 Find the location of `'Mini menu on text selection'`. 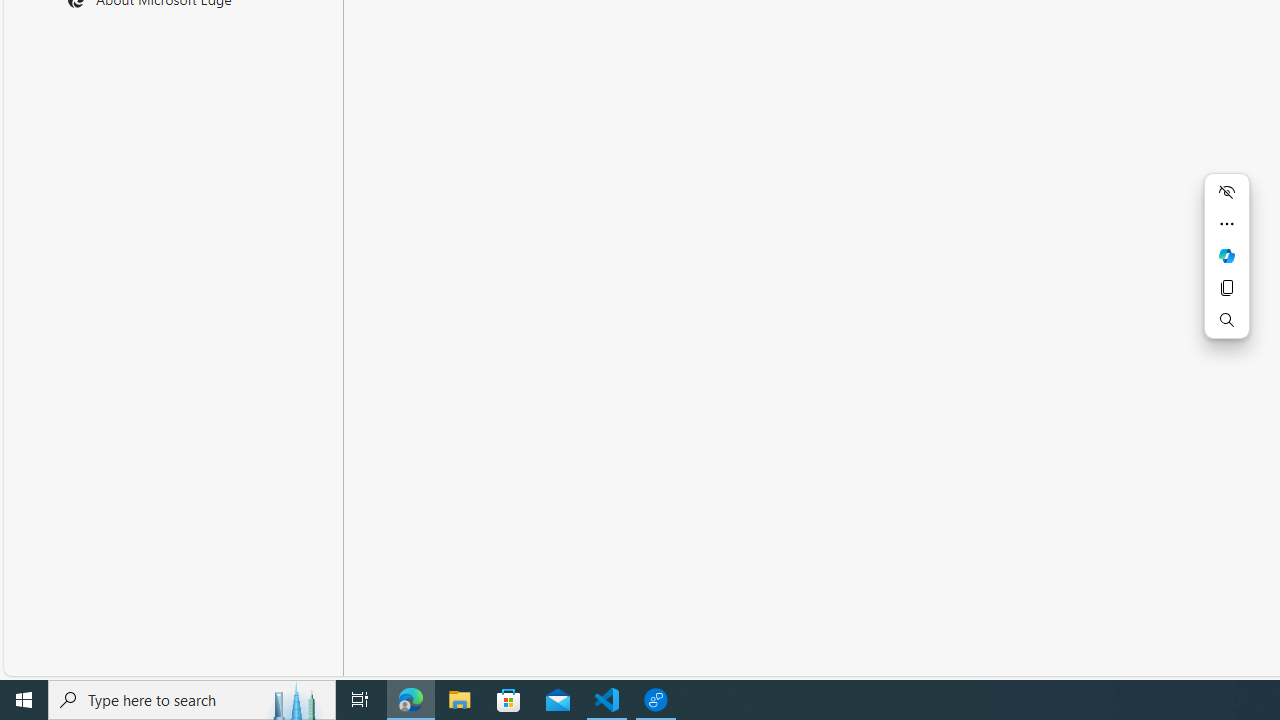

'Mini menu on text selection' is located at coordinates (1225, 254).